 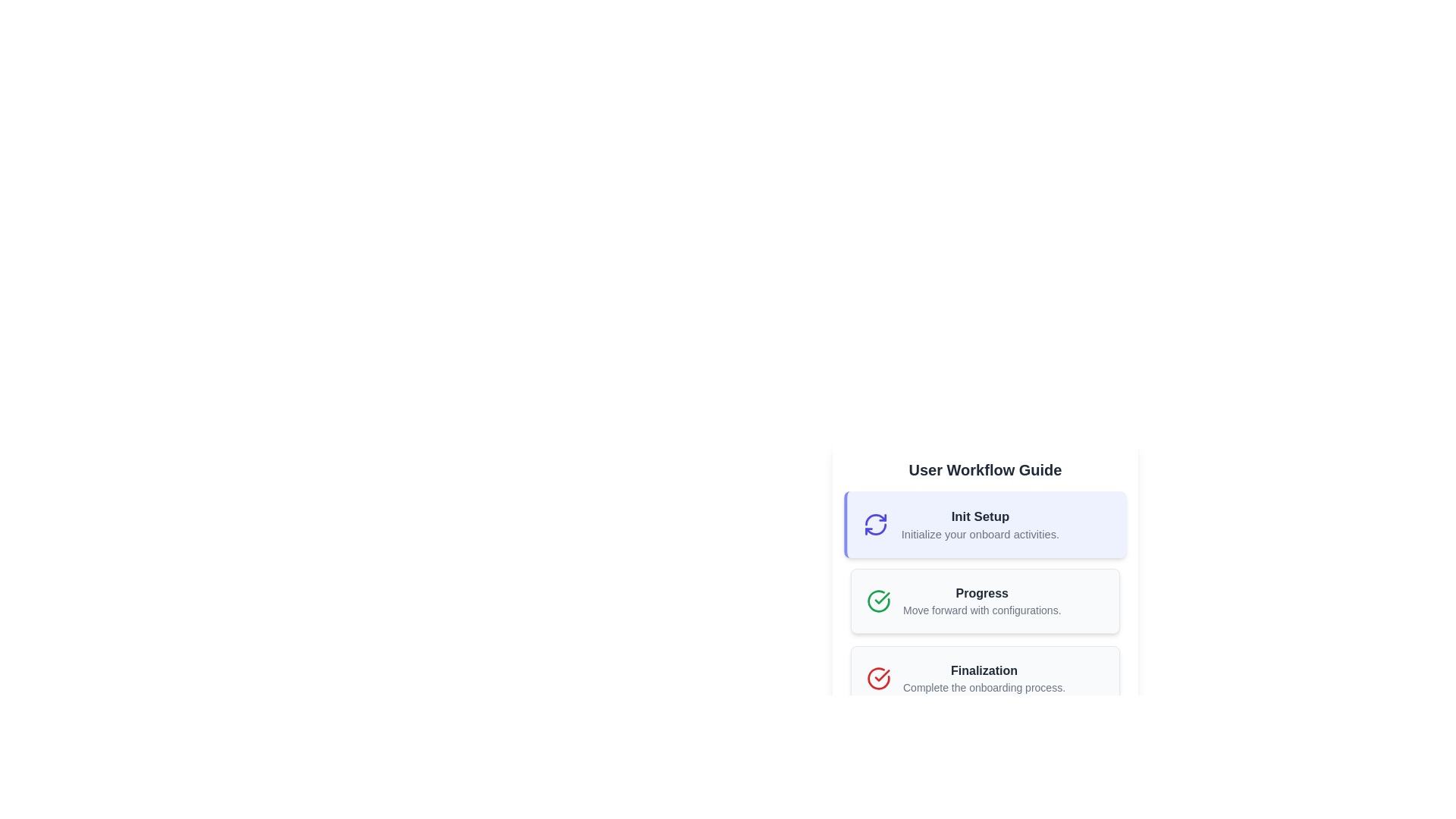 What do you see at coordinates (984, 677) in the screenshot?
I see `the 'Finalization' step indicator in the workflow guide` at bounding box center [984, 677].